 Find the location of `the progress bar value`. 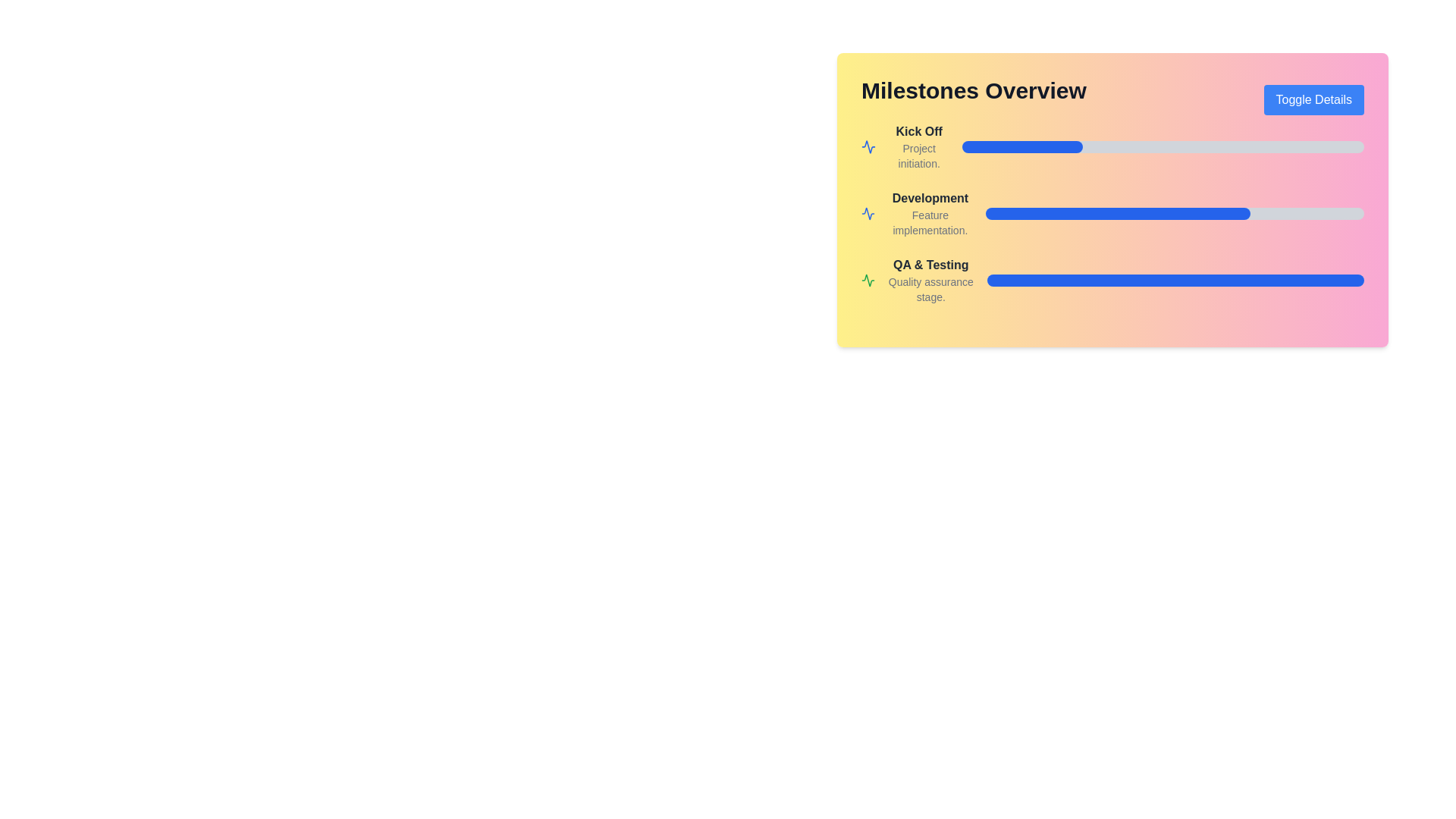

the progress bar value is located at coordinates (1119, 281).